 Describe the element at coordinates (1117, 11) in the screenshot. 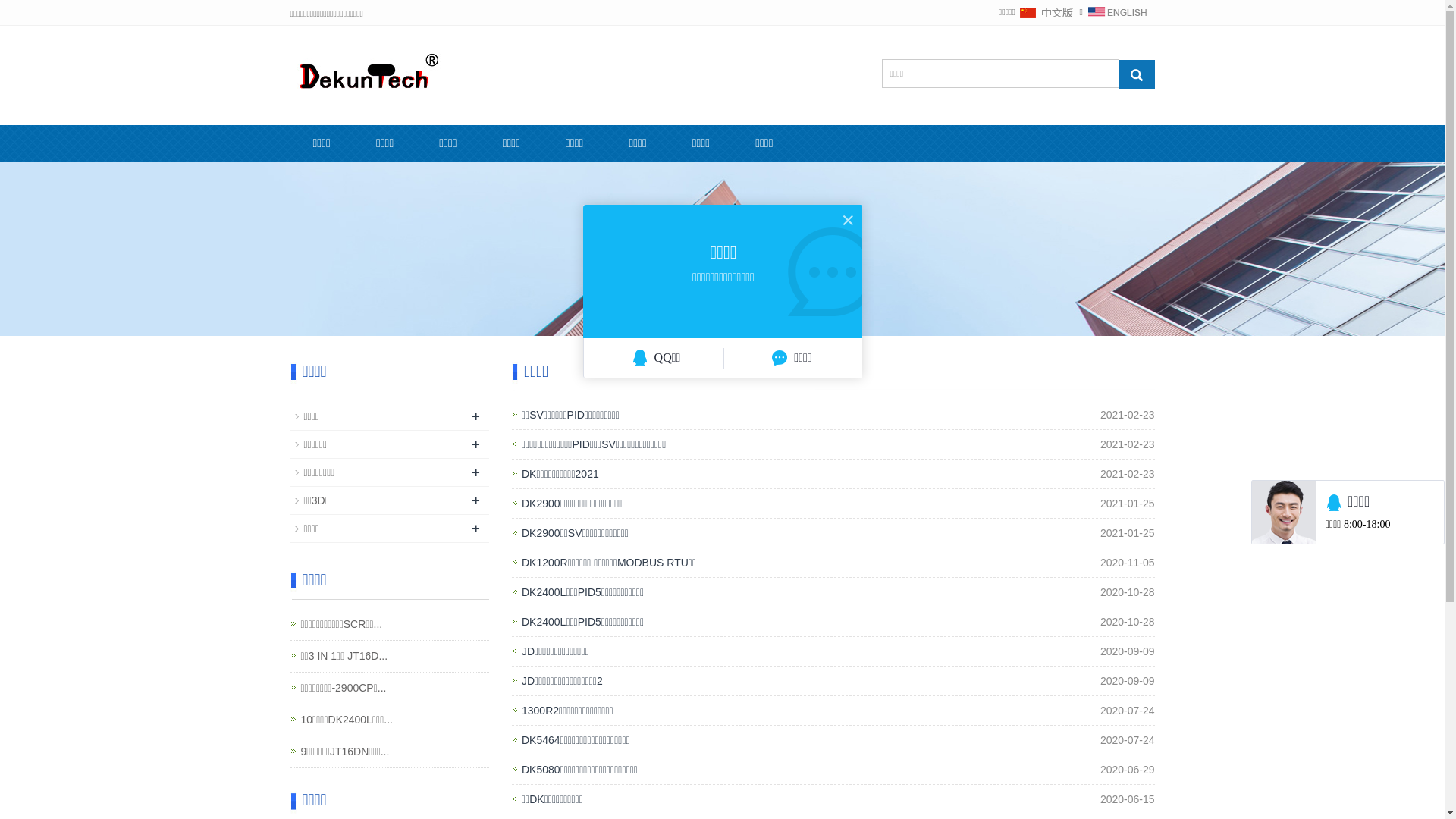

I see `'English'` at that location.